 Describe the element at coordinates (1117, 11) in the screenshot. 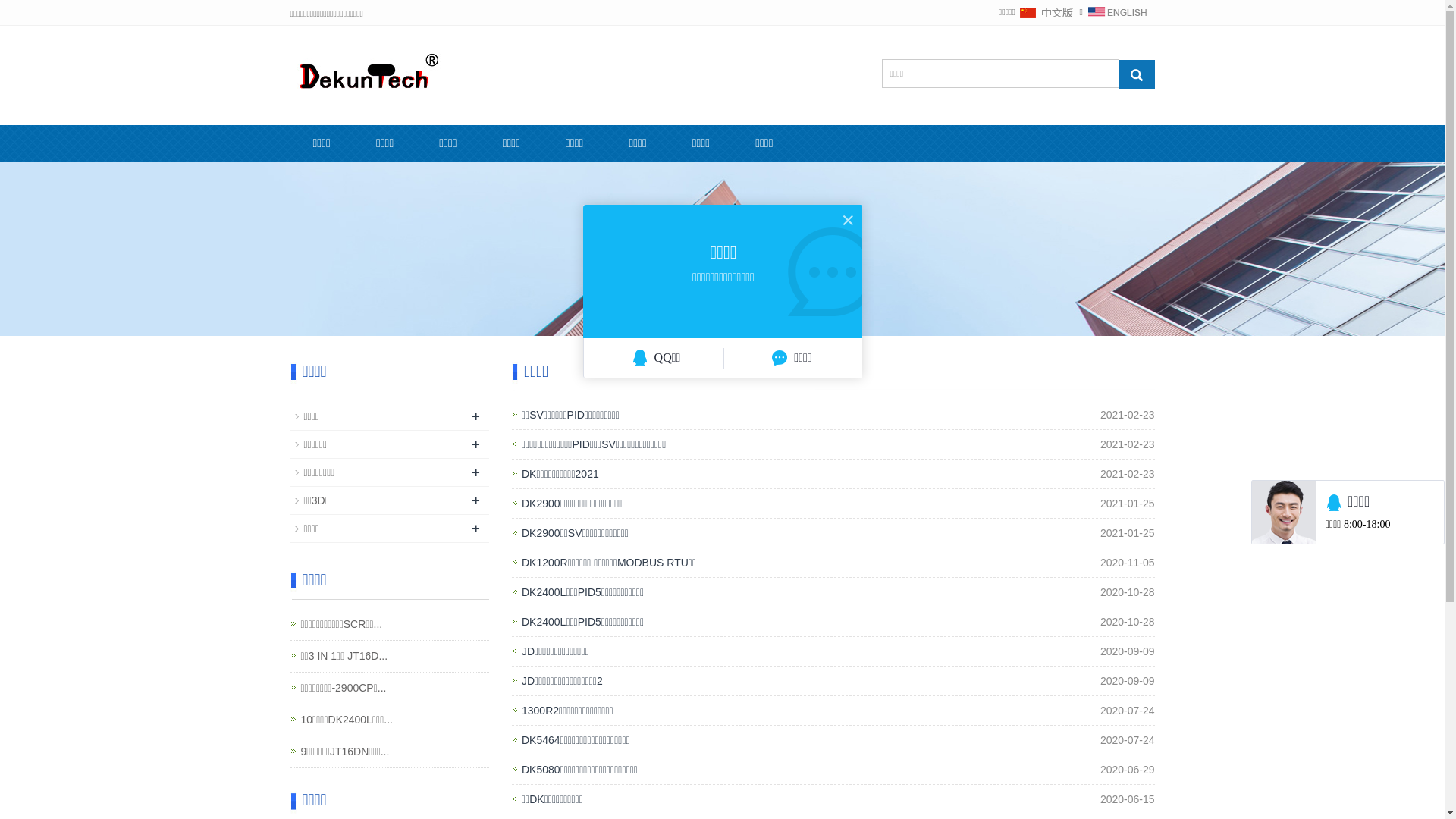

I see `'English'` at that location.